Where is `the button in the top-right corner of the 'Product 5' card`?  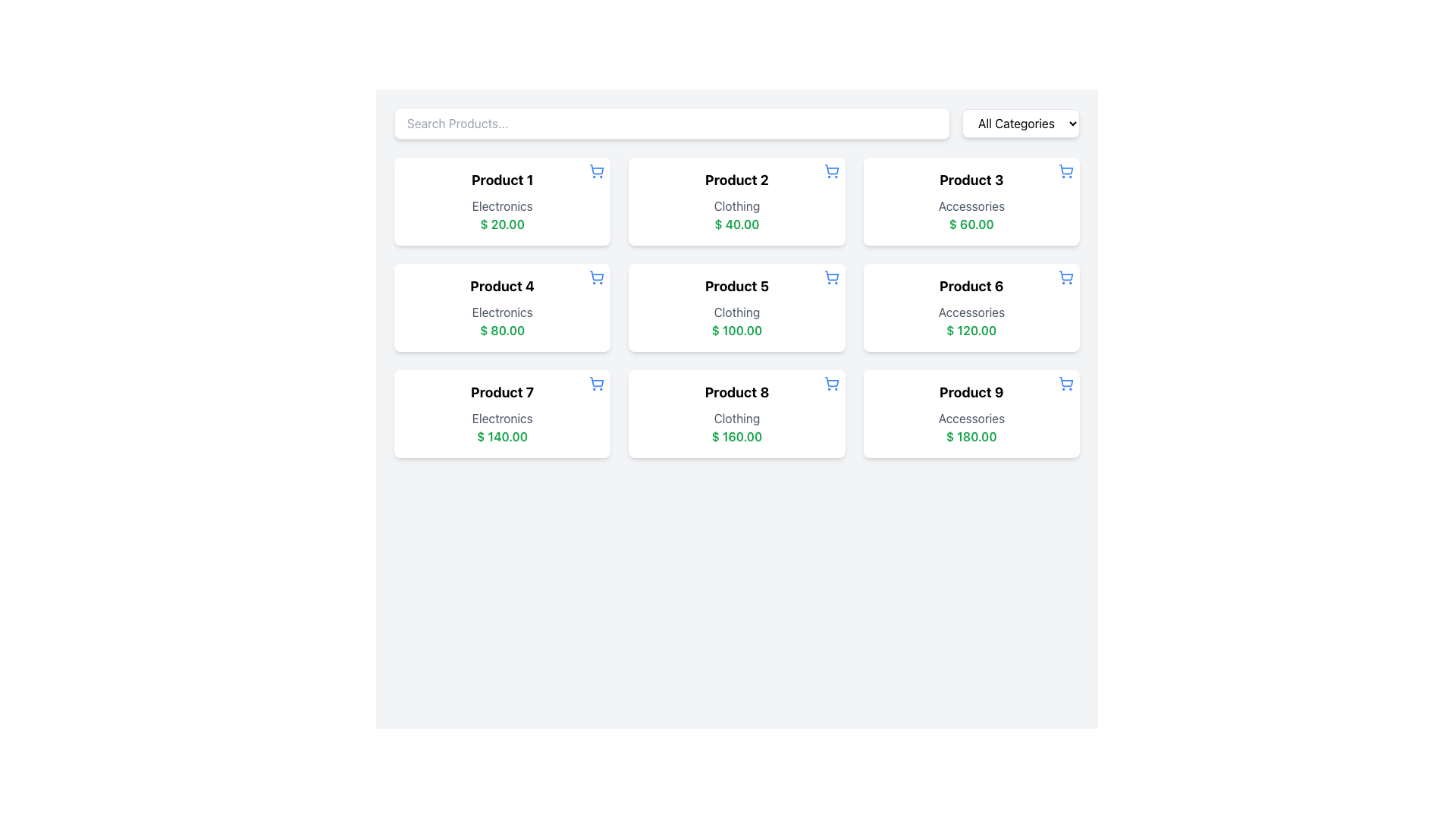 the button in the top-right corner of the 'Product 5' card is located at coordinates (830, 278).